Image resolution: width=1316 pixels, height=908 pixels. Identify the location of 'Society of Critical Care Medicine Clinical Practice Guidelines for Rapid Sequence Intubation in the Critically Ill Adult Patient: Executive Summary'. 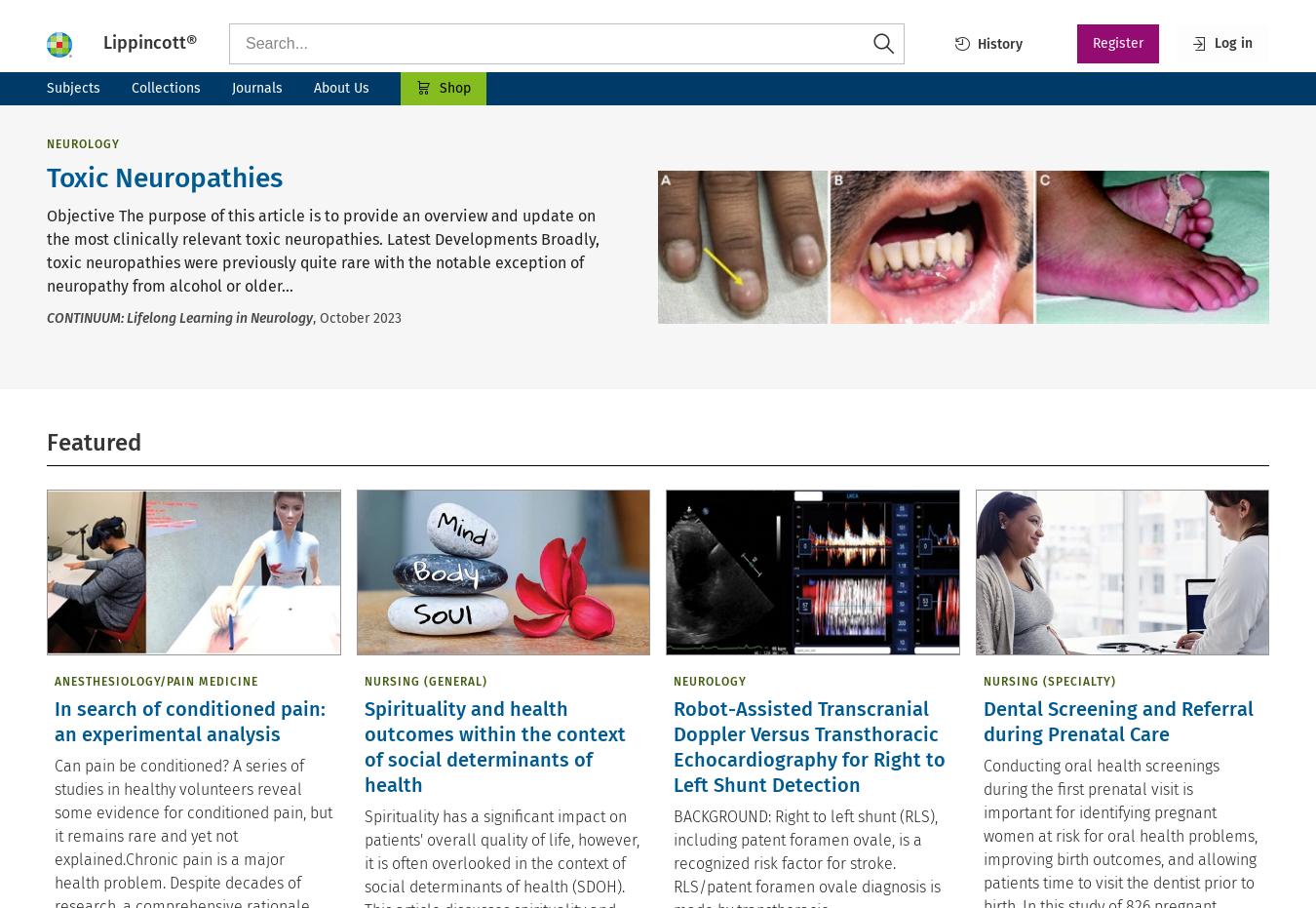
(944, 198).